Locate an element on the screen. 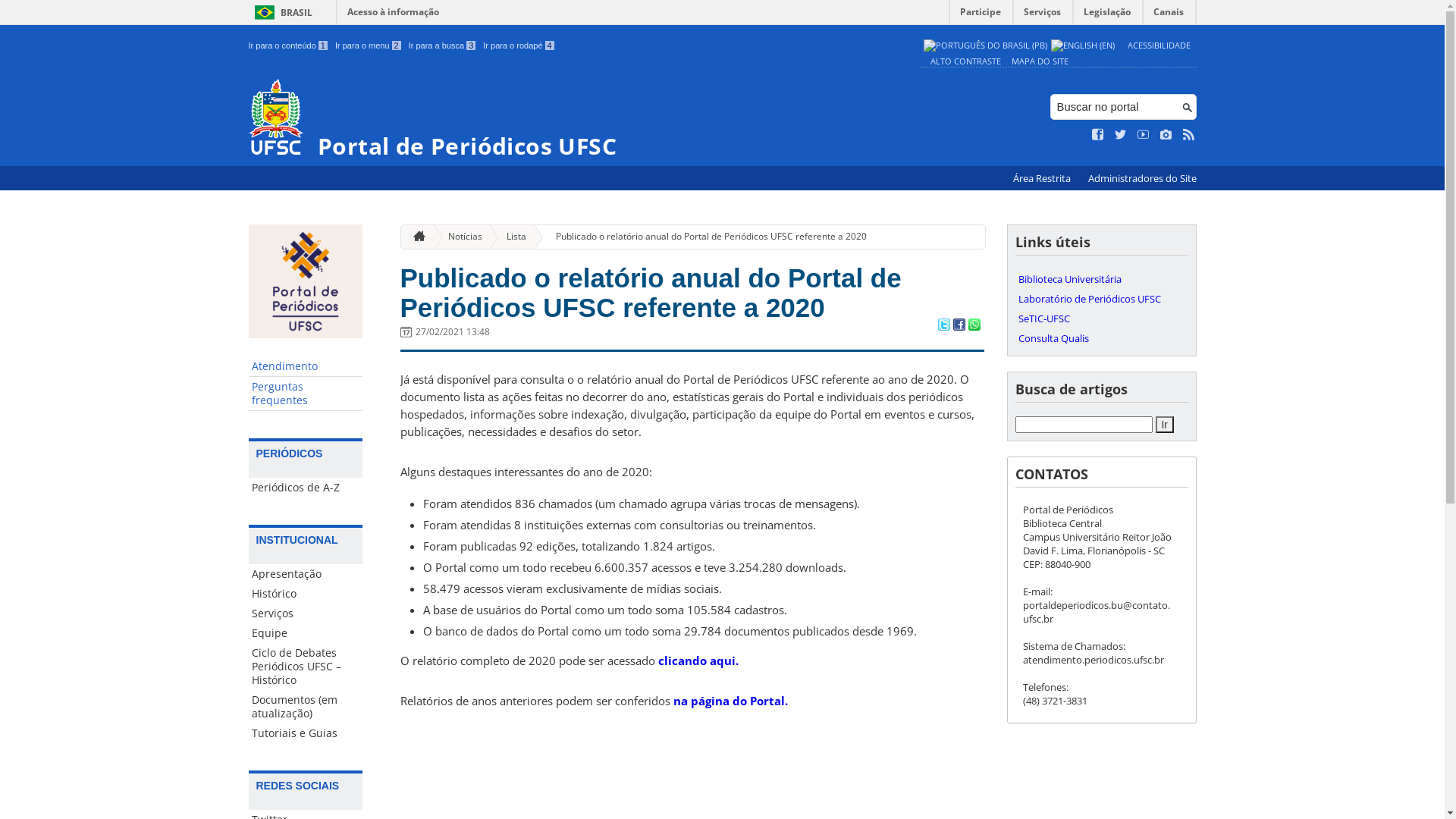  'Consulta Qualis' is located at coordinates (1101, 337).